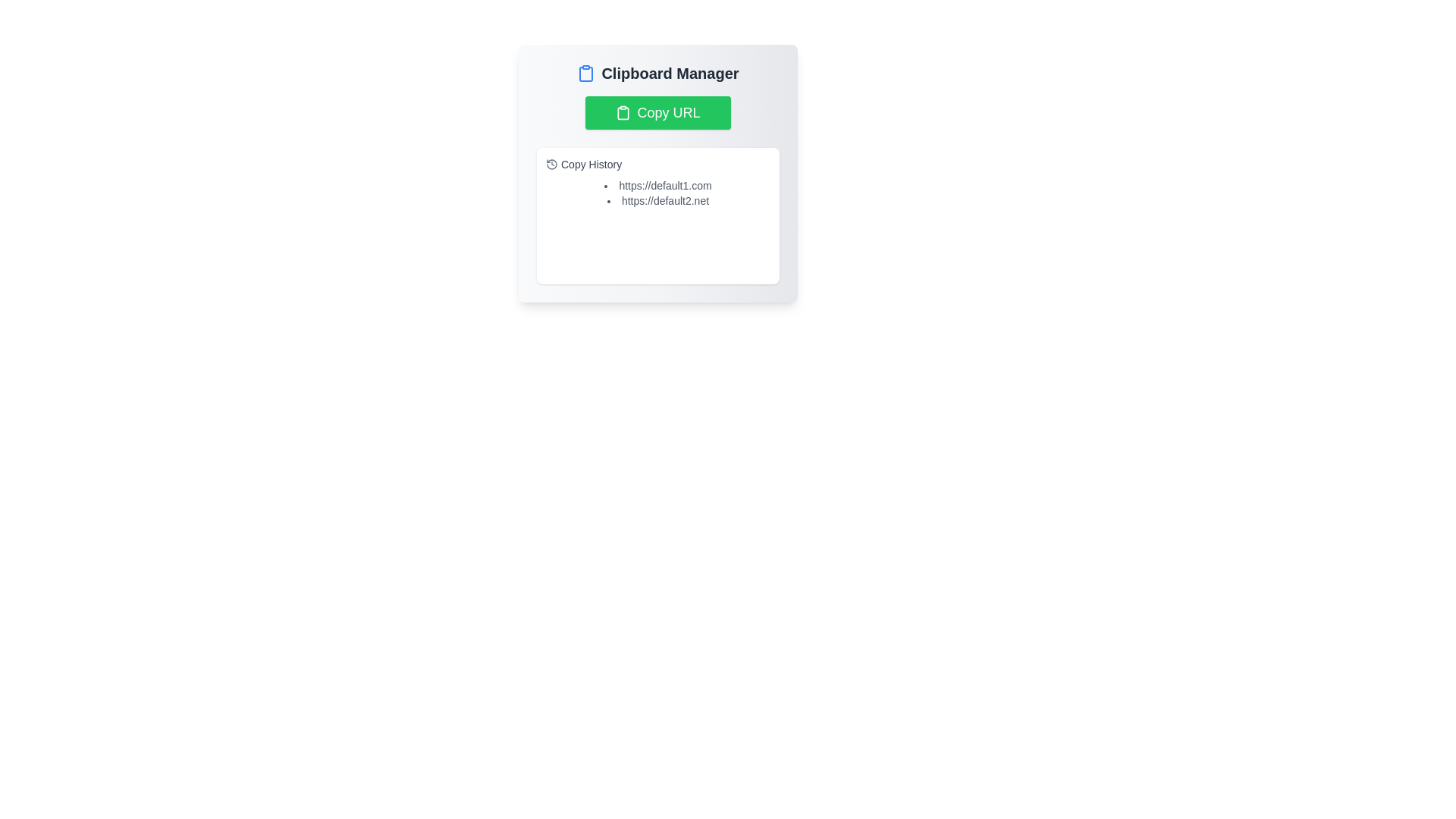 Image resolution: width=1456 pixels, height=819 pixels. What do you see at coordinates (585, 73) in the screenshot?
I see `the clipboard icon located in the top left of the 'Clipboard Manager' section, positioned before the text 'Clipboard Manager'` at bounding box center [585, 73].